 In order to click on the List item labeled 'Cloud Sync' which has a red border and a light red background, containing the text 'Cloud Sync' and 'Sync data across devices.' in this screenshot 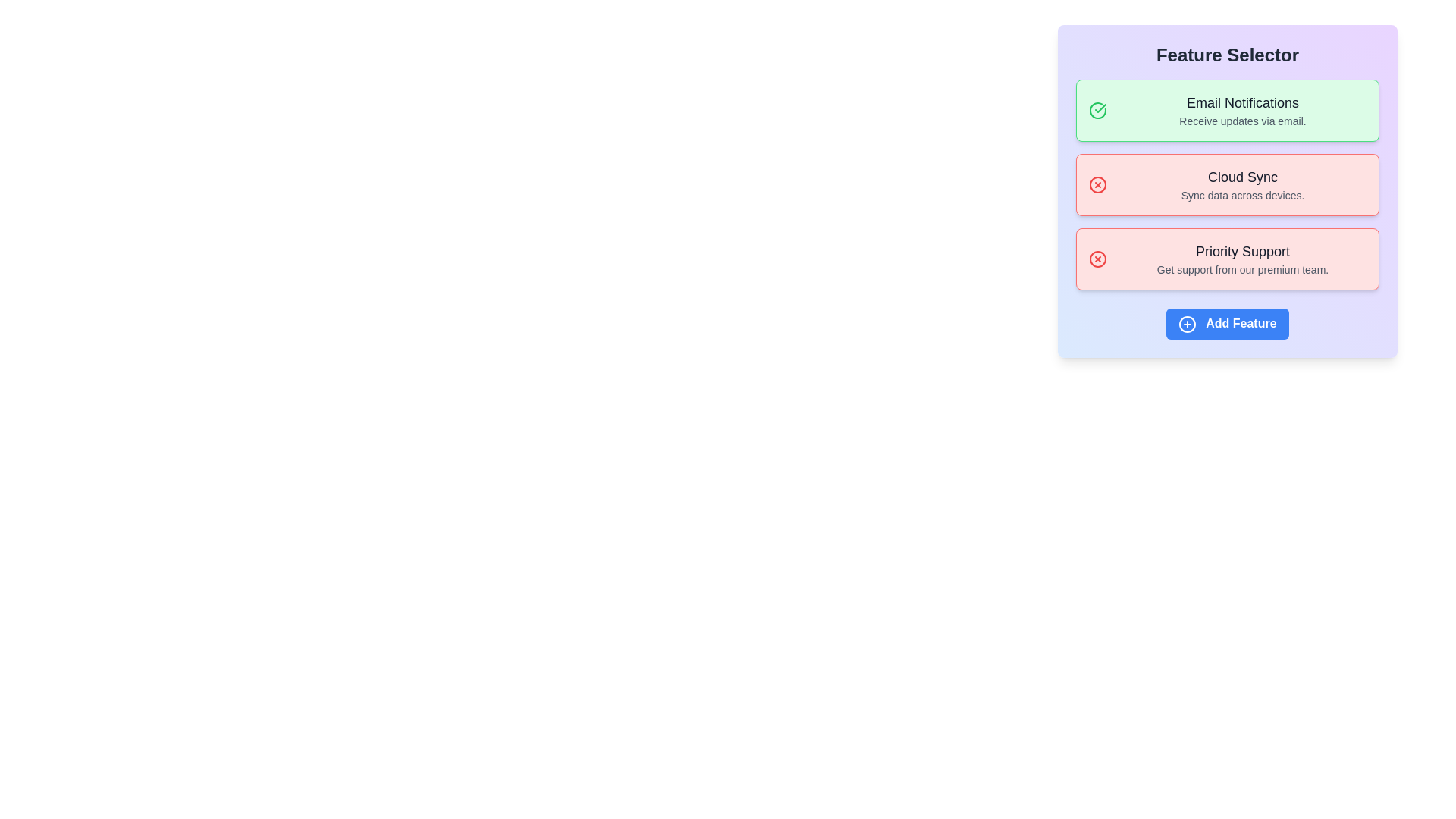, I will do `click(1227, 184)`.